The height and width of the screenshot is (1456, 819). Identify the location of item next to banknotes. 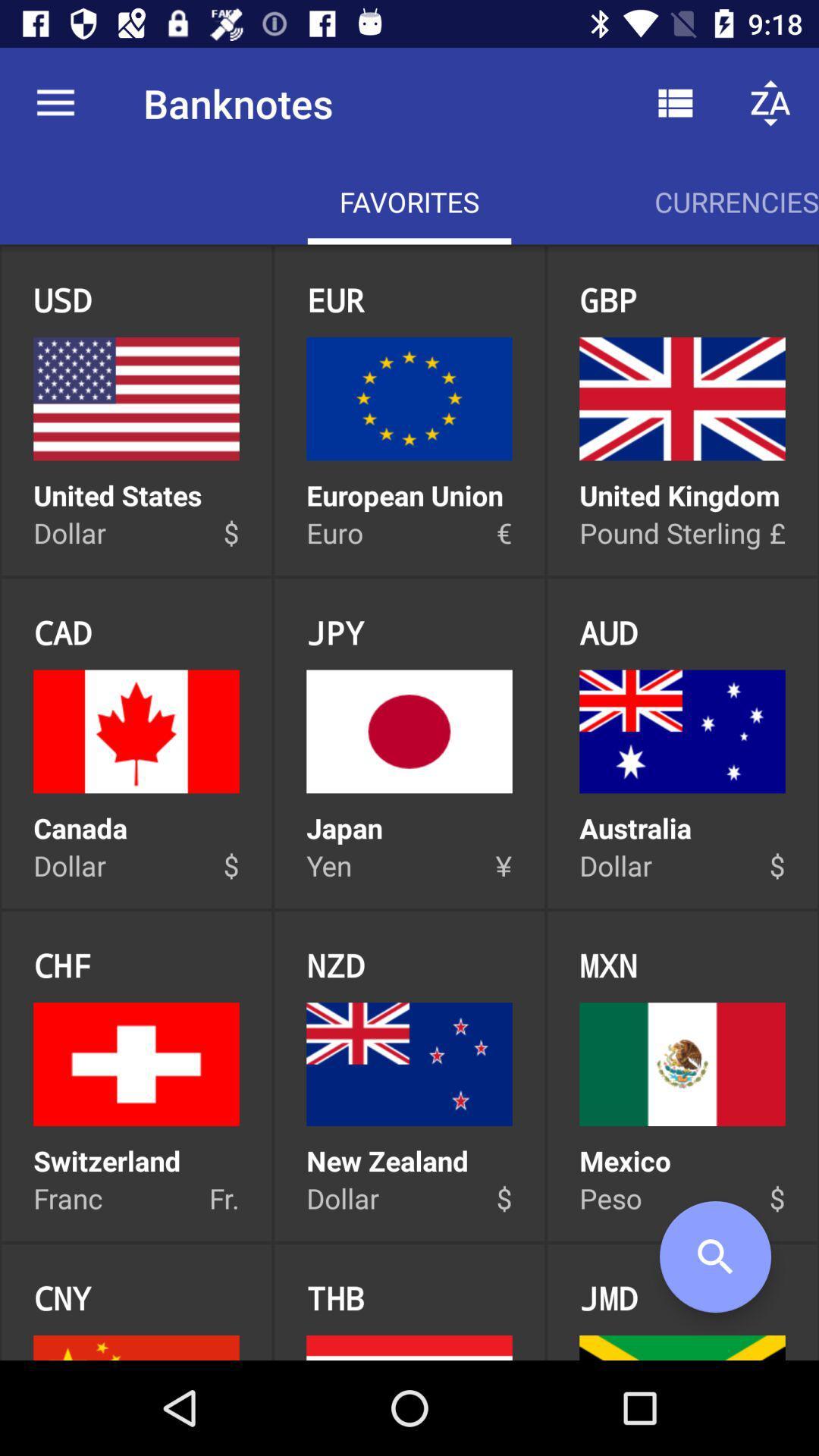
(675, 102).